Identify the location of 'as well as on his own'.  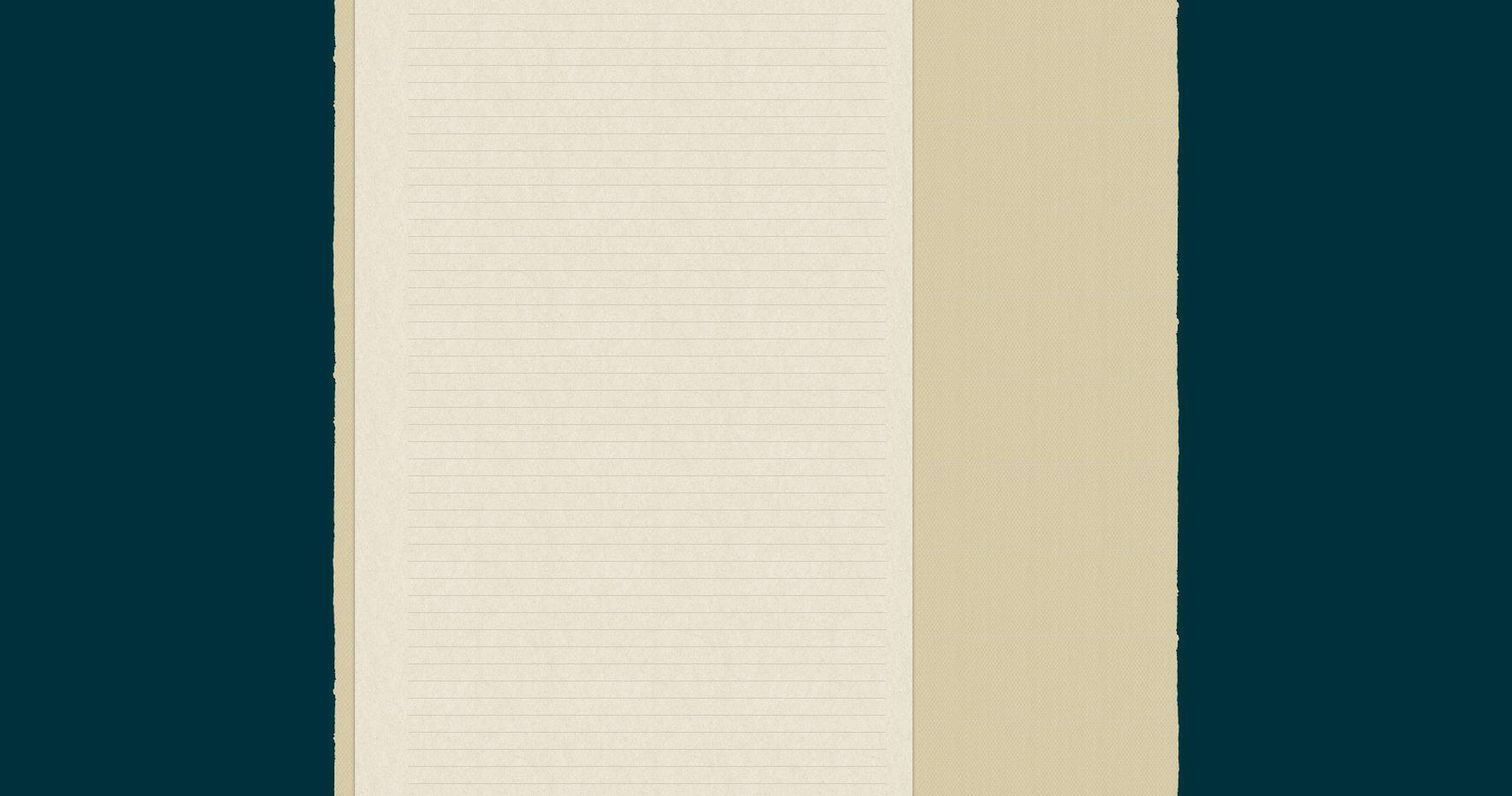
(732, 659).